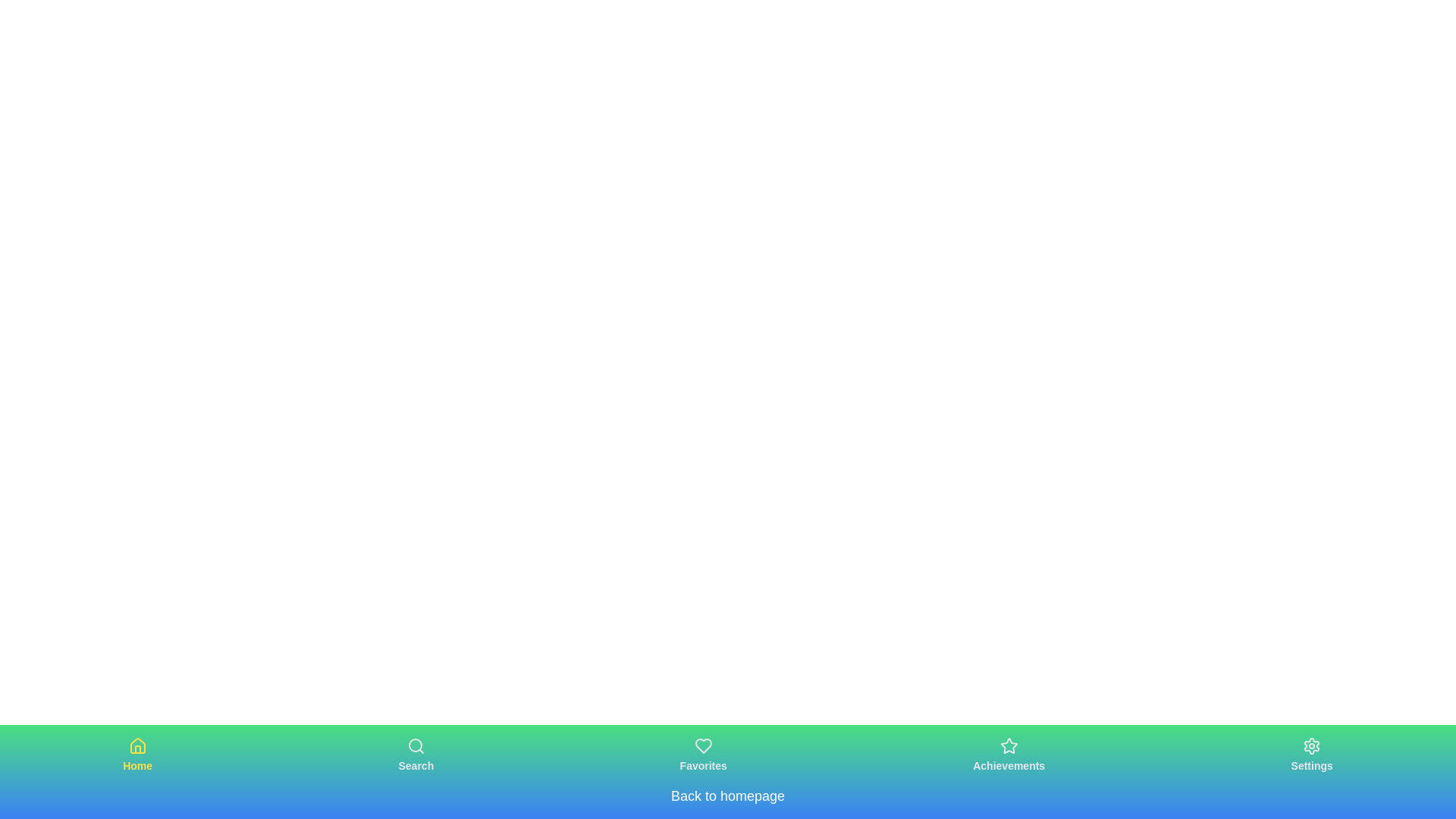 The width and height of the screenshot is (1456, 819). I want to click on the Settings navigation button, so click(1311, 755).